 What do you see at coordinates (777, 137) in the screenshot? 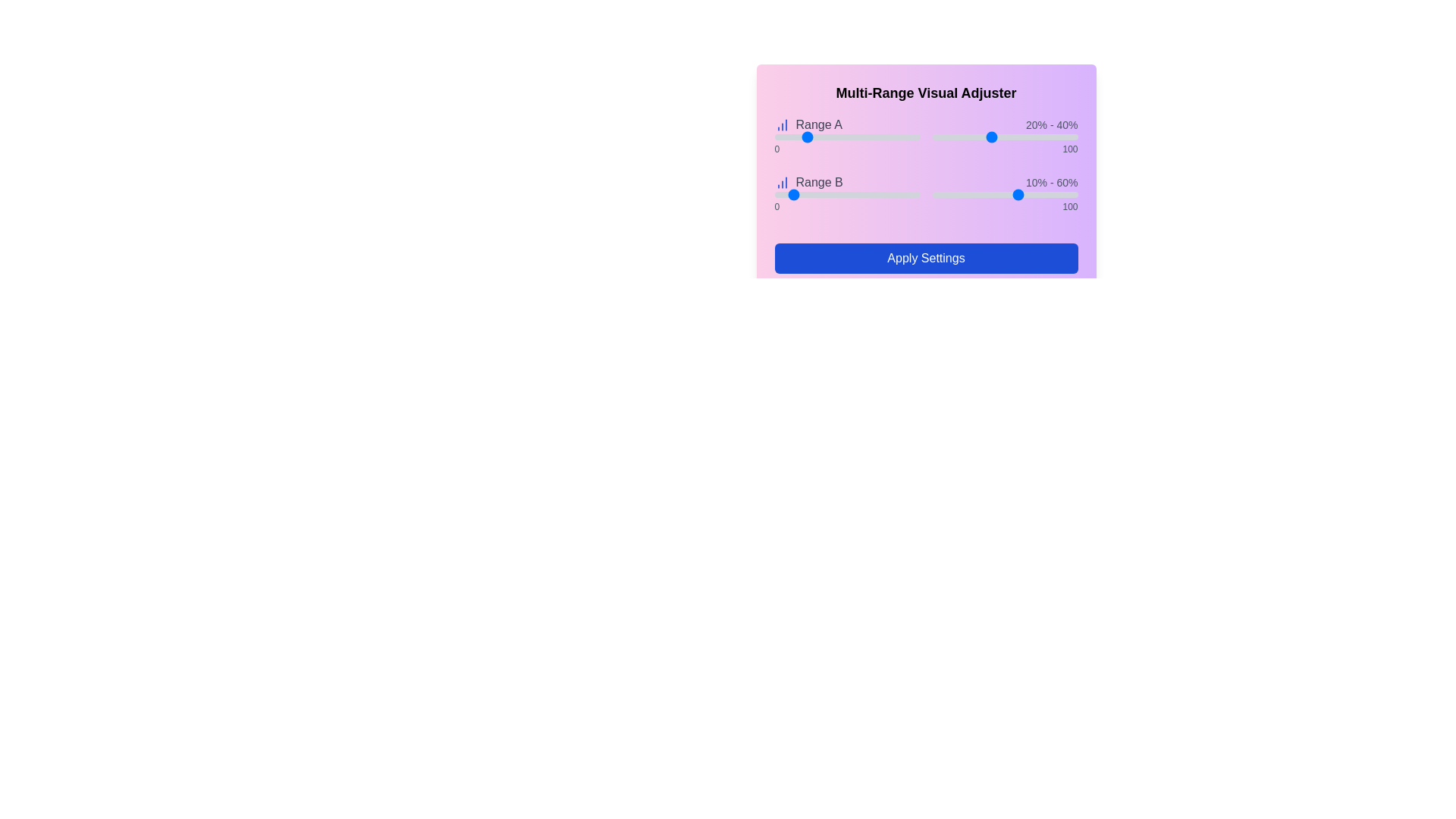
I see `the slider` at bounding box center [777, 137].